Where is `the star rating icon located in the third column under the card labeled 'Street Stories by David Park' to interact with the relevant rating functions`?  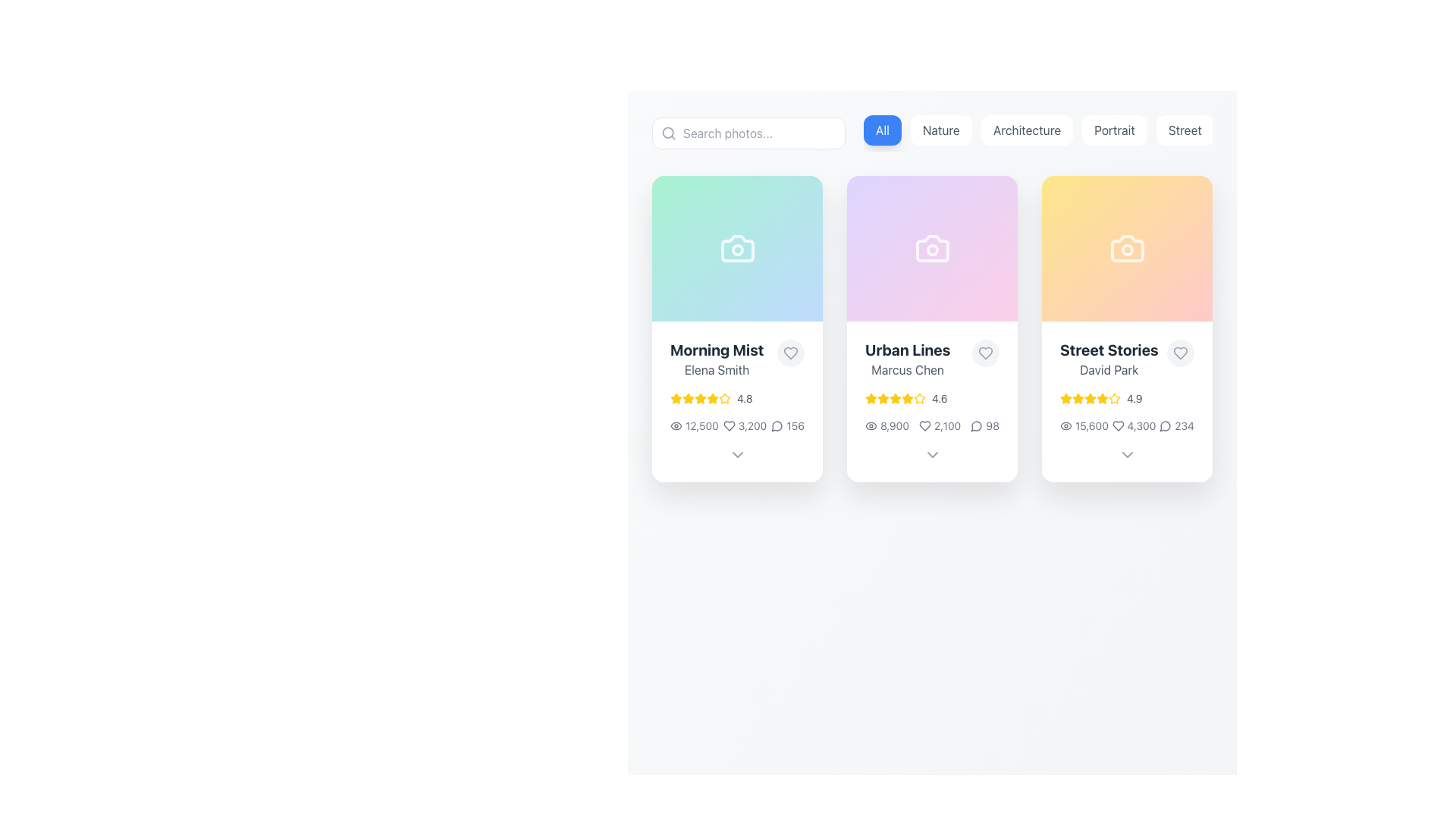 the star rating icon located in the third column under the card labeled 'Street Stories by David Park' to interact with the relevant rating functions is located at coordinates (1090, 397).